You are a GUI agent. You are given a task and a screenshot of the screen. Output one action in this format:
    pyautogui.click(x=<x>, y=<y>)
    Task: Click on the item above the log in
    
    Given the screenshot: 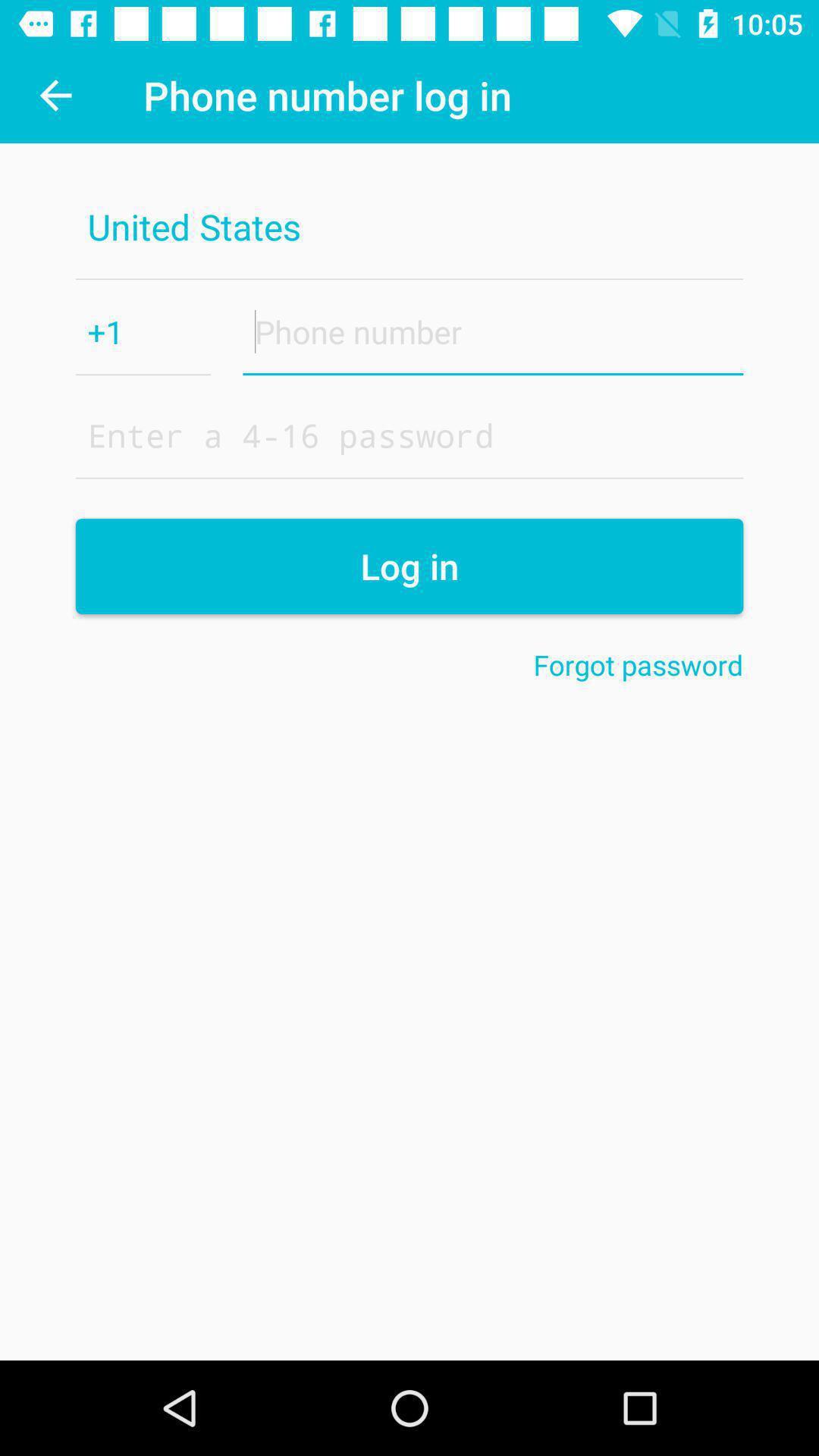 What is the action you would take?
    pyautogui.click(x=409, y=434)
    